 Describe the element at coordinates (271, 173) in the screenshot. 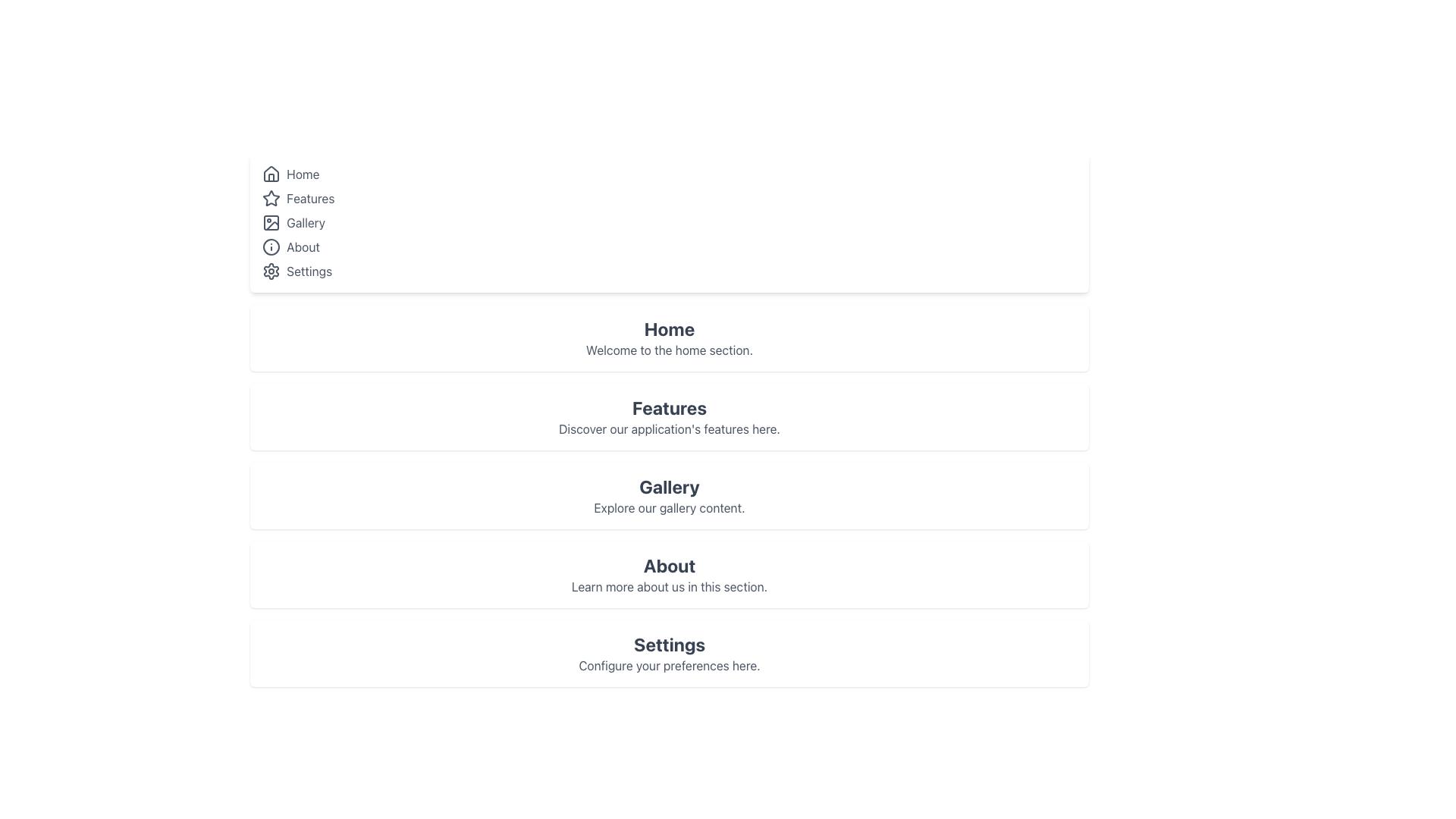

I see `the house-shaped icon in the sidebar navigation menu, which is the first element and is located to the left of the 'Home' label` at that location.